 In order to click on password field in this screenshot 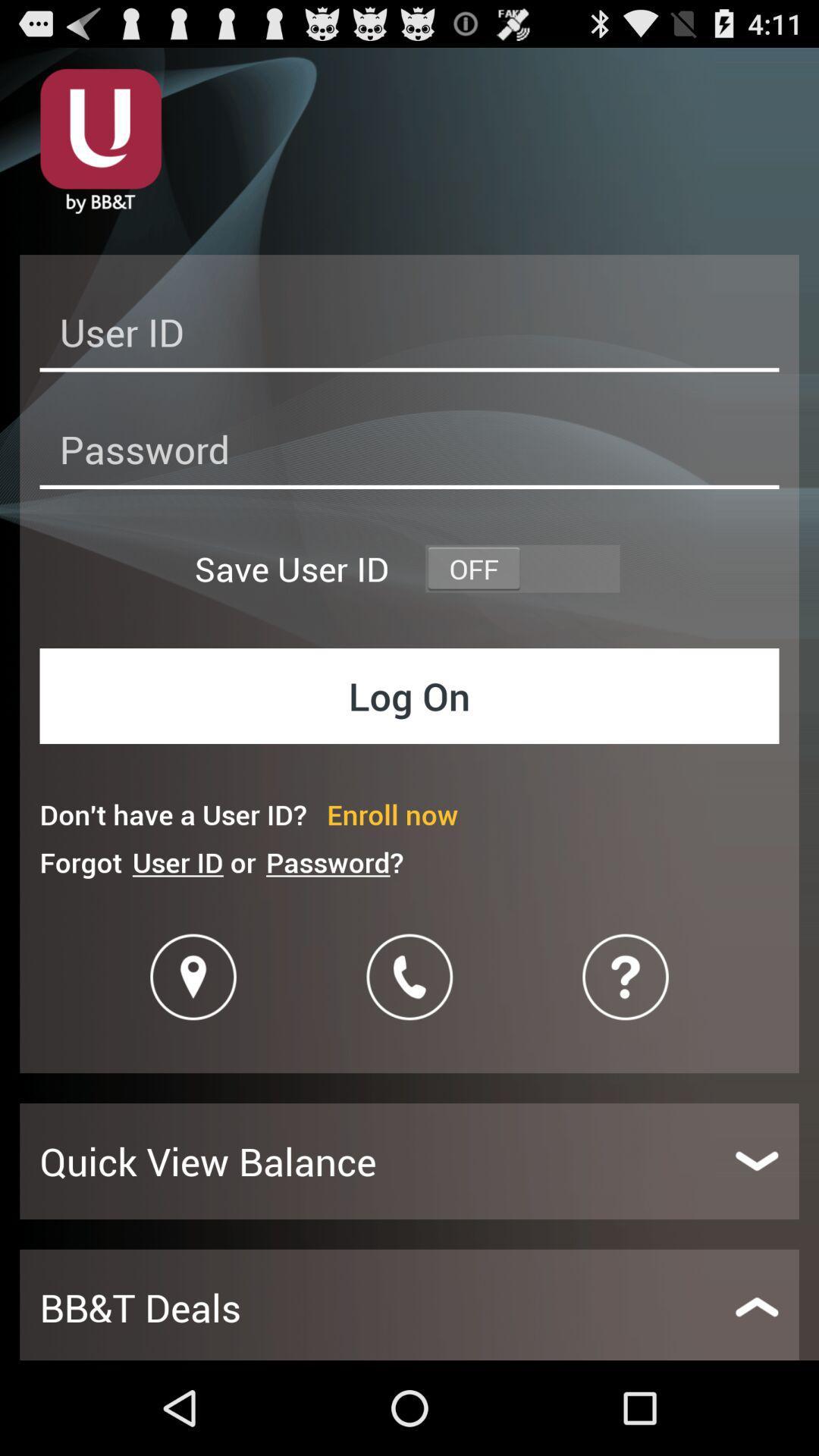, I will do `click(409, 453)`.